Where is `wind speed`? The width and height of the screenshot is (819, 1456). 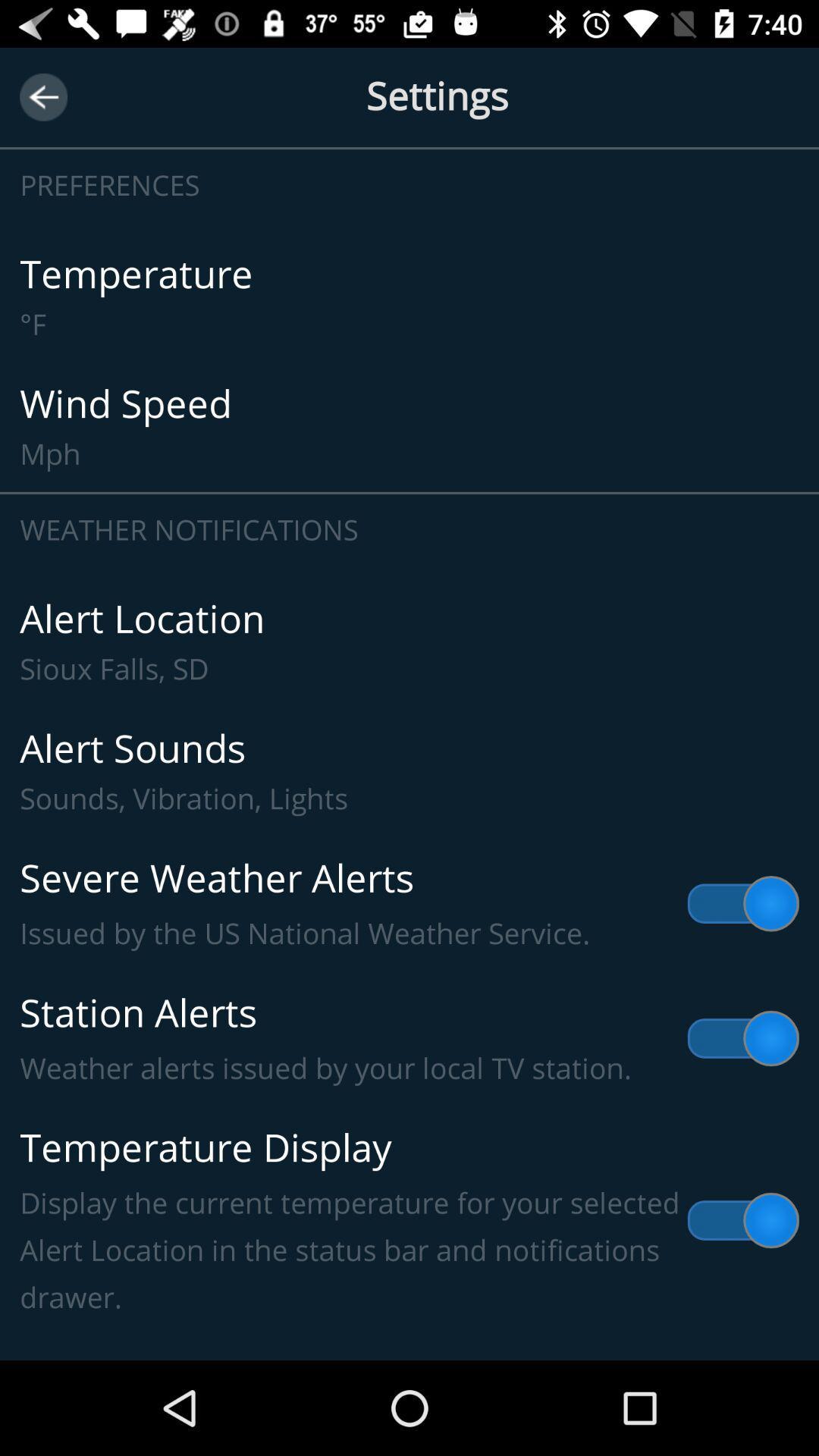 wind speed is located at coordinates (409, 426).